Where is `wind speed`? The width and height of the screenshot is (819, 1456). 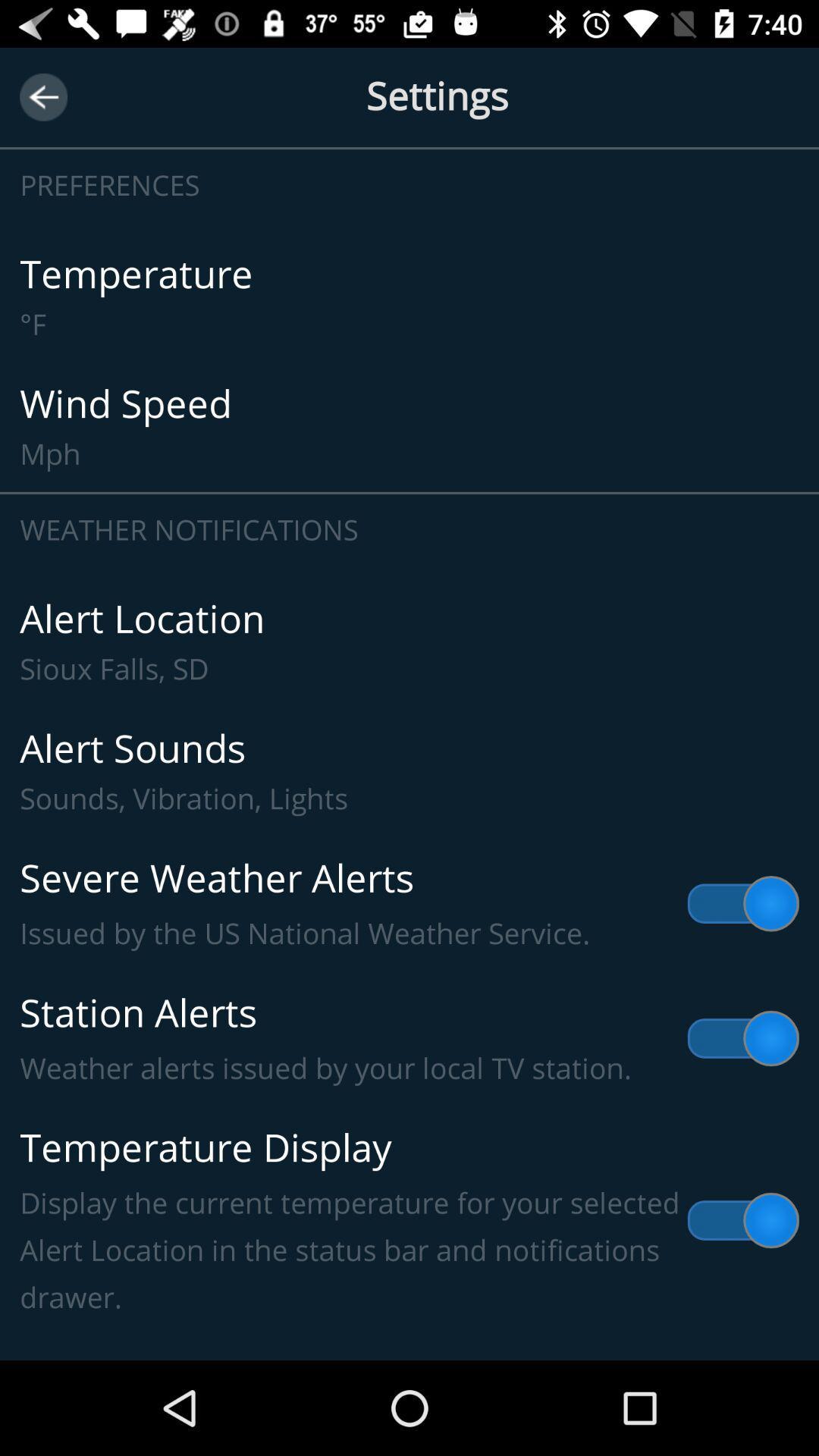 wind speed is located at coordinates (409, 426).